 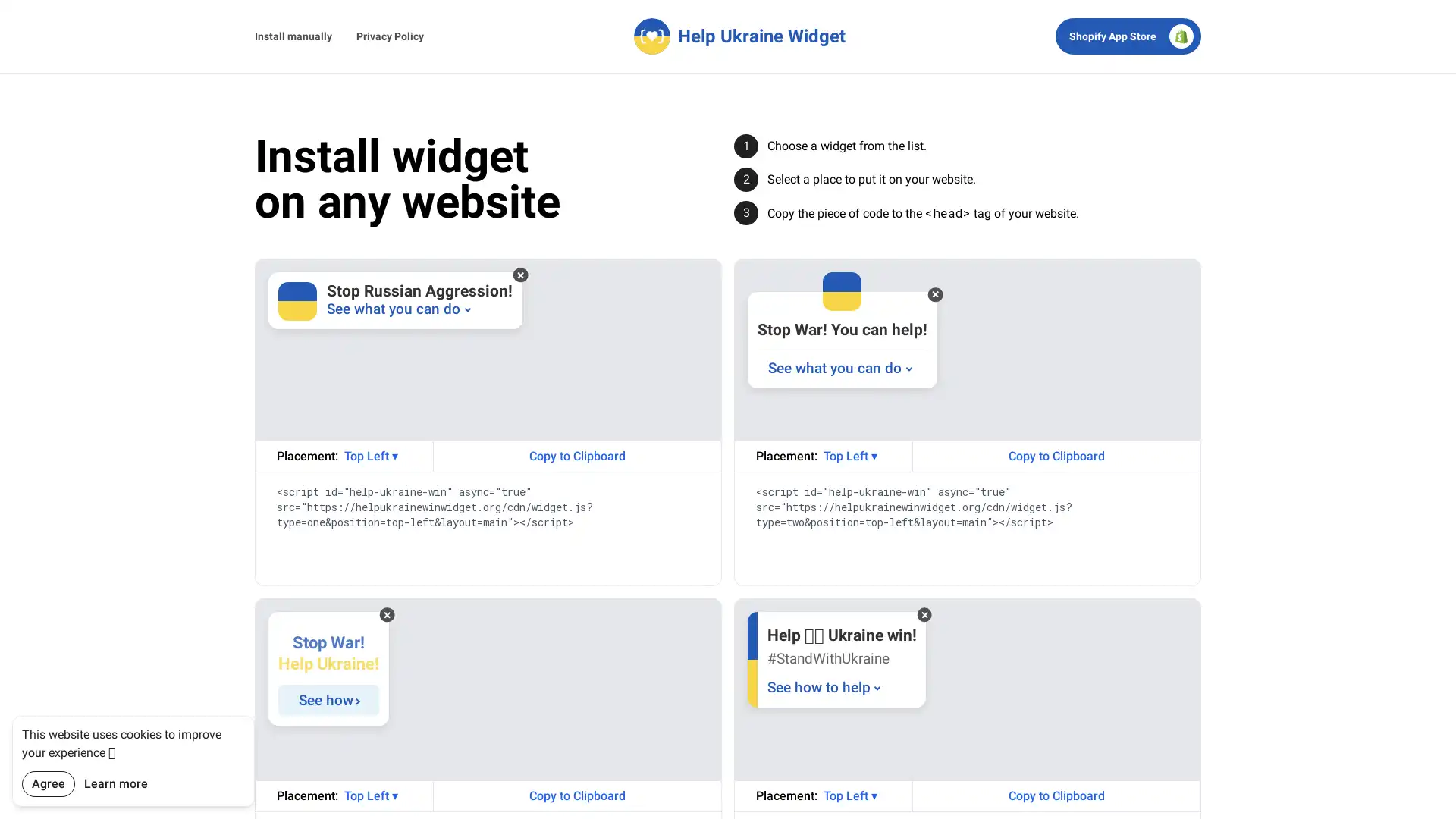 What do you see at coordinates (576, 795) in the screenshot?
I see `Copy to Clipboard` at bounding box center [576, 795].